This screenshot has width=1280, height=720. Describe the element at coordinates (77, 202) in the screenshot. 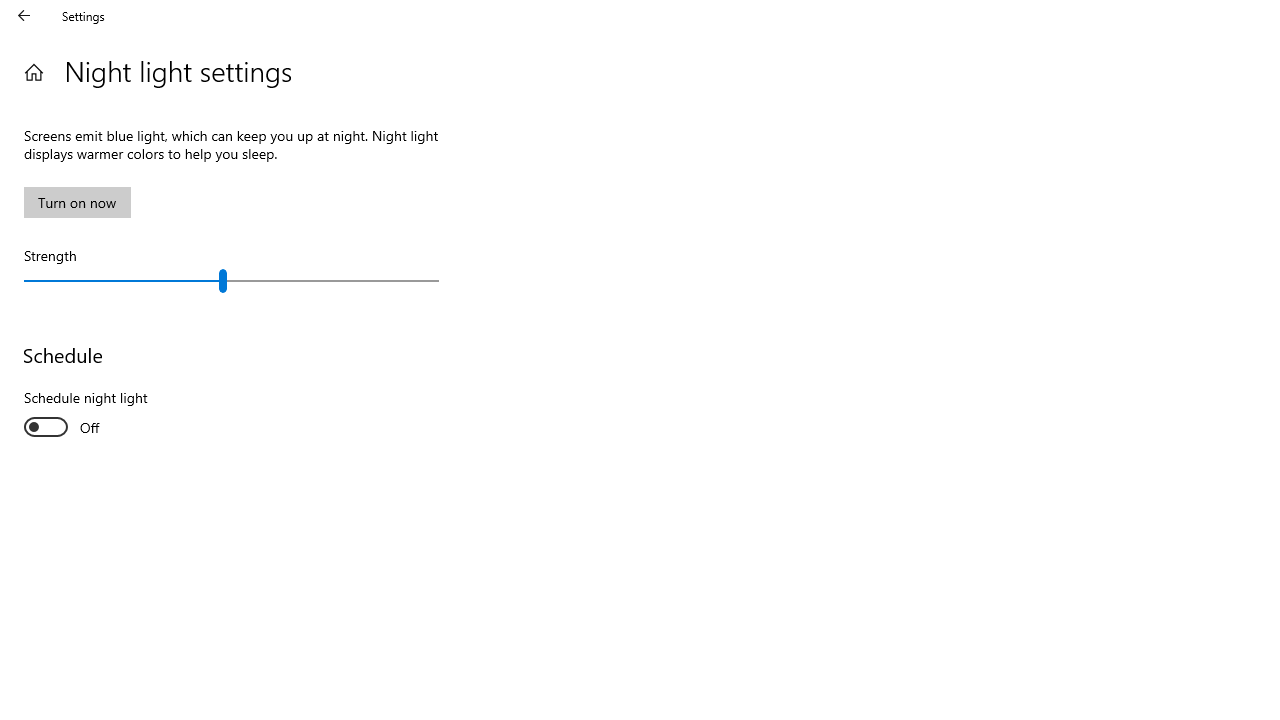

I see `'Turn on now'` at that location.